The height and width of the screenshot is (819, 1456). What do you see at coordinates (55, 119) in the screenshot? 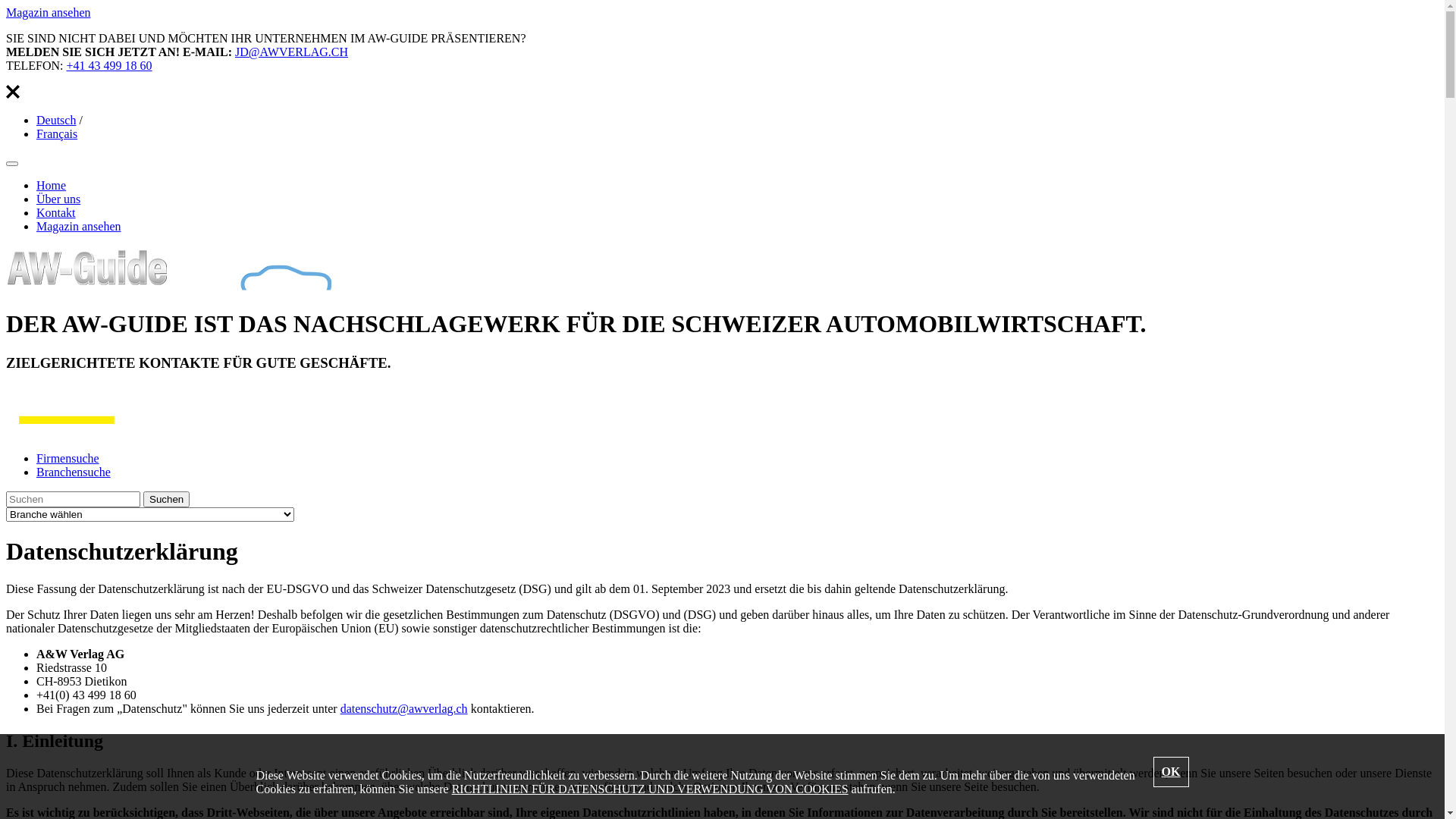
I see `'Deutsch'` at bounding box center [55, 119].